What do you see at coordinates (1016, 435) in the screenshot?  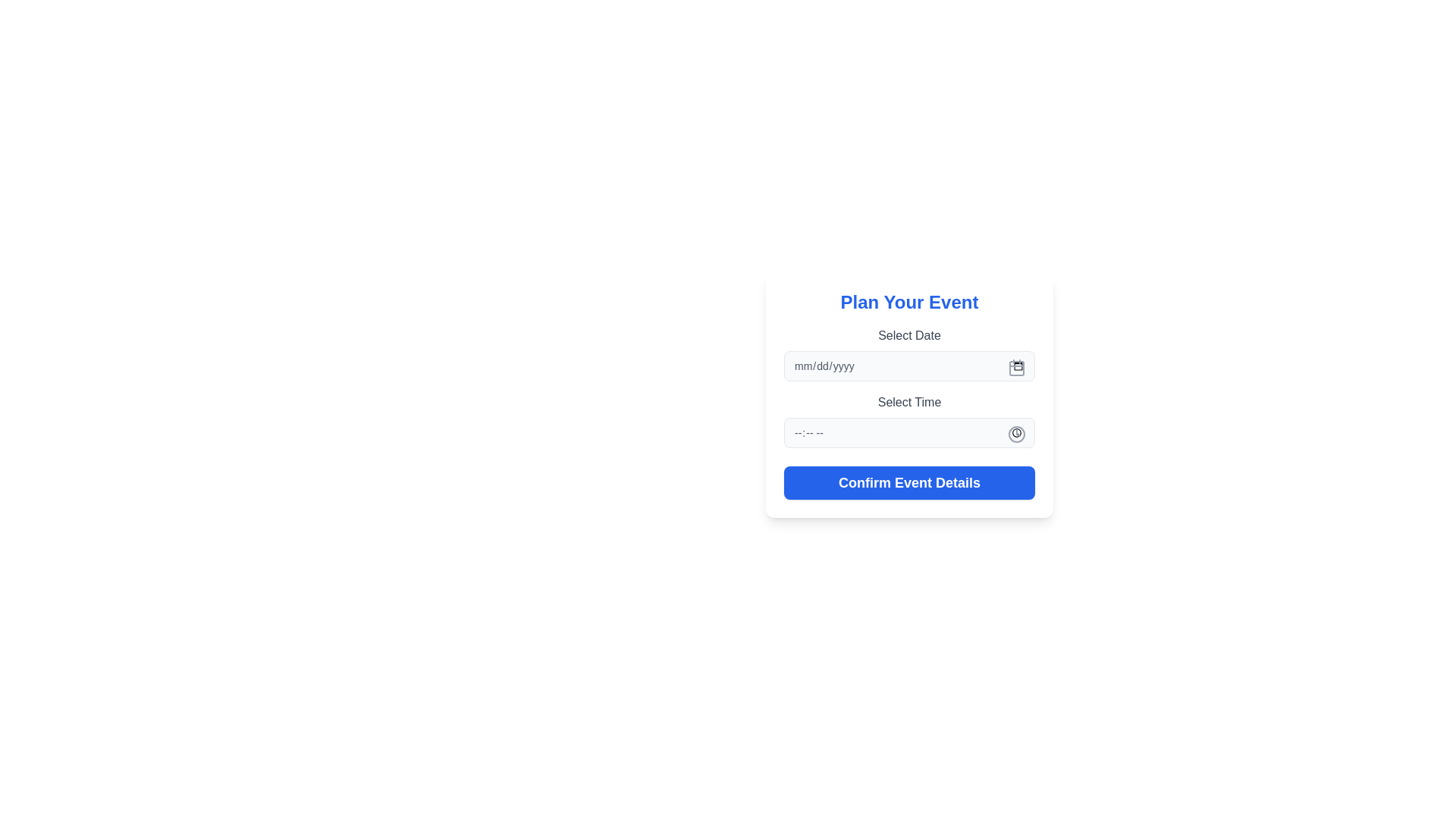 I see `the time selection indicator icon located at the far right inside the time selection input field, which serves as a visual guide for entering time-related data` at bounding box center [1016, 435].